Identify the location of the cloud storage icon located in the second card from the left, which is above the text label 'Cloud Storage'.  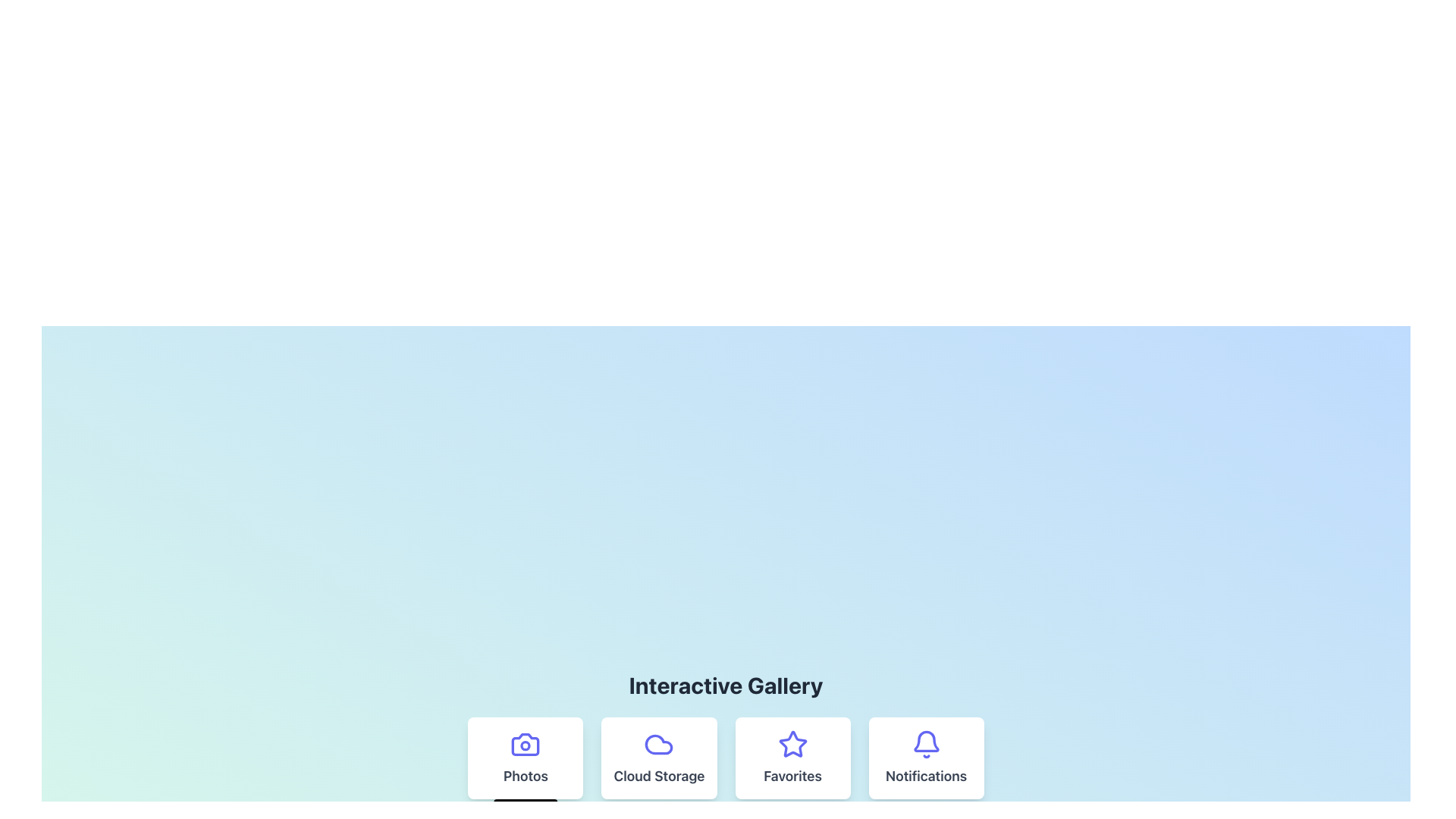
(659, 744).